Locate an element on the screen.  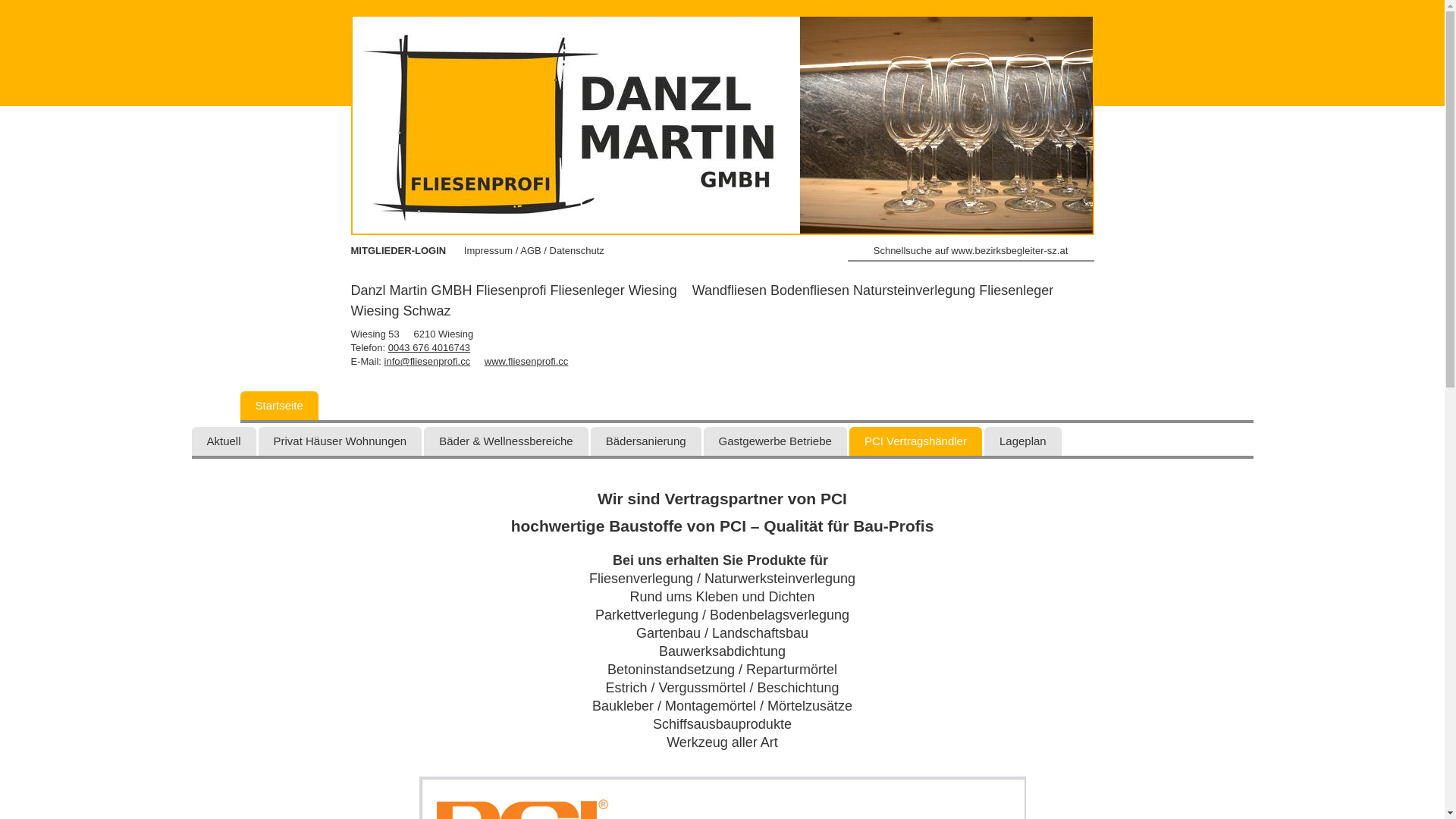
'info@fliesenprofi.cc' is located at coordinates (384, 361).